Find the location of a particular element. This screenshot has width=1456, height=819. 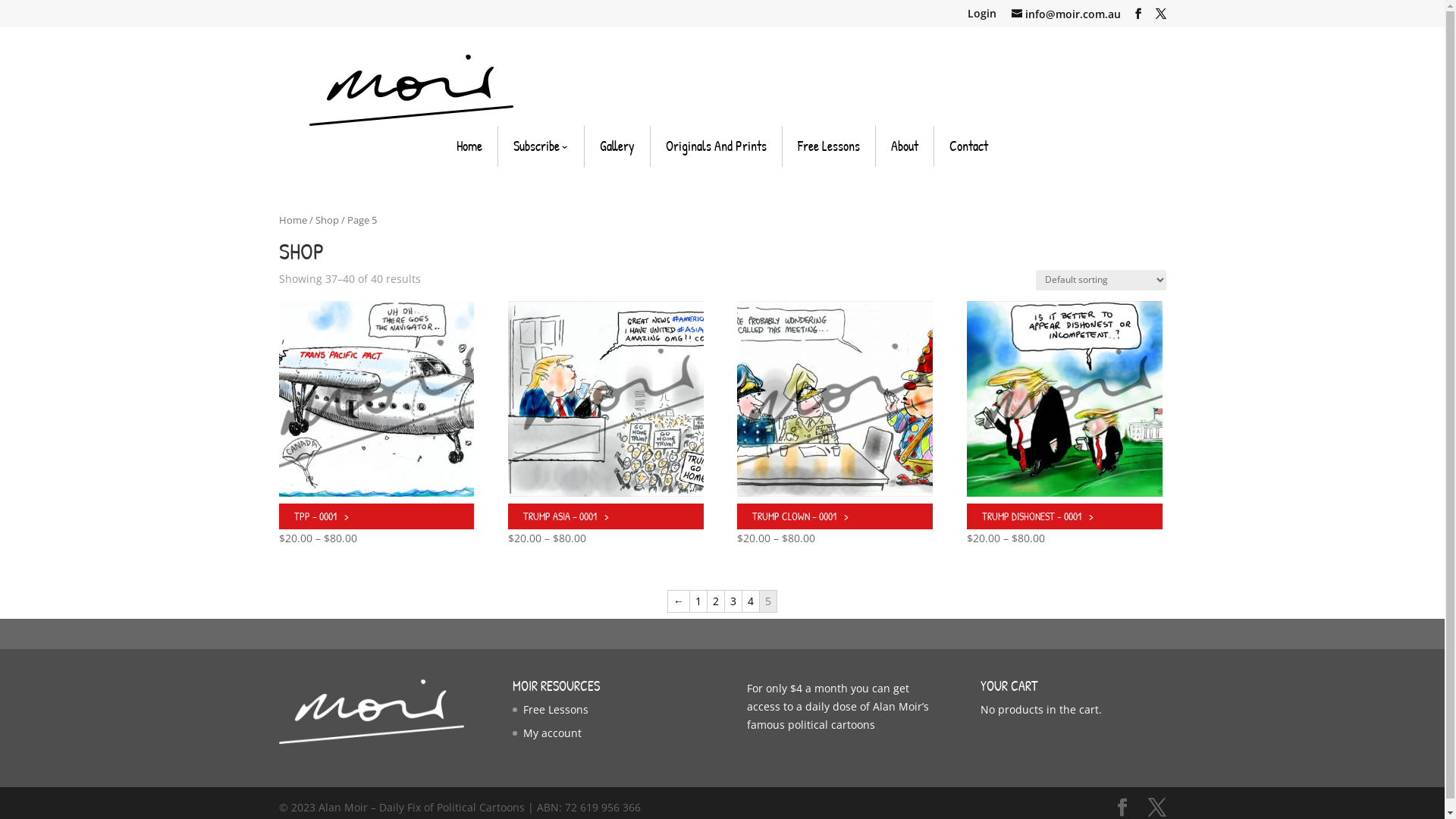

'Gallery' is located at coordinates (617, 146).